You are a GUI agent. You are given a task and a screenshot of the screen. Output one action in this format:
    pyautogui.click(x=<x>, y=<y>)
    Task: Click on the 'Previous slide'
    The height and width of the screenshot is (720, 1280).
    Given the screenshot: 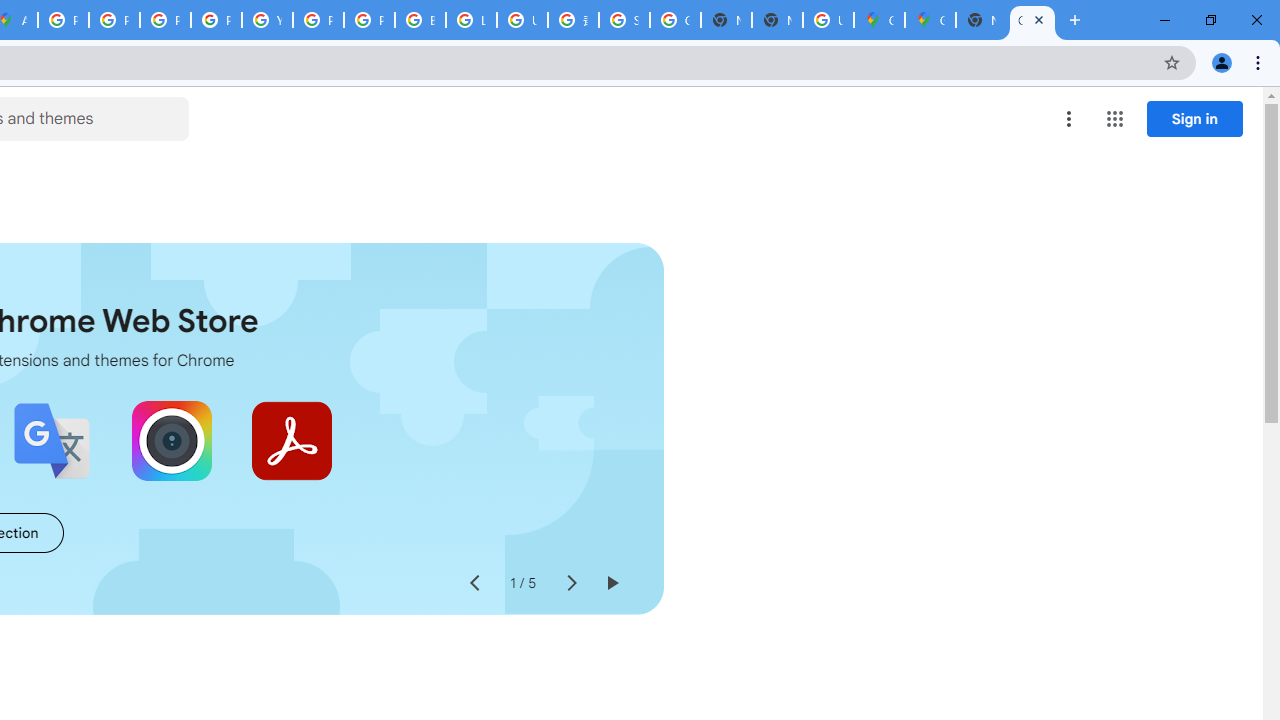 What is the action you would take?
    pyautogui.click(x=473, y=583)
    